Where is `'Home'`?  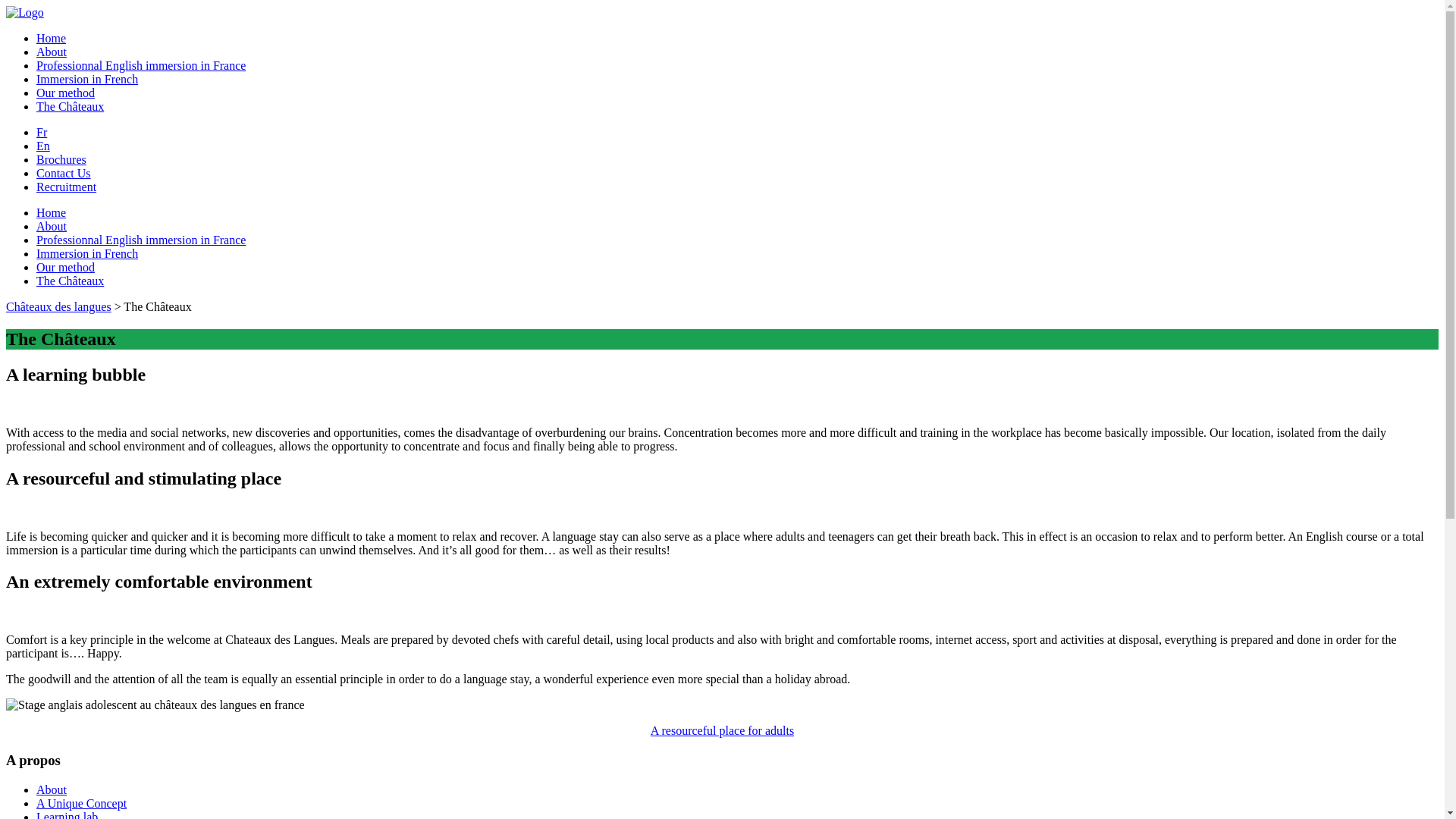
'Home' is located at coordinates (51, 37).